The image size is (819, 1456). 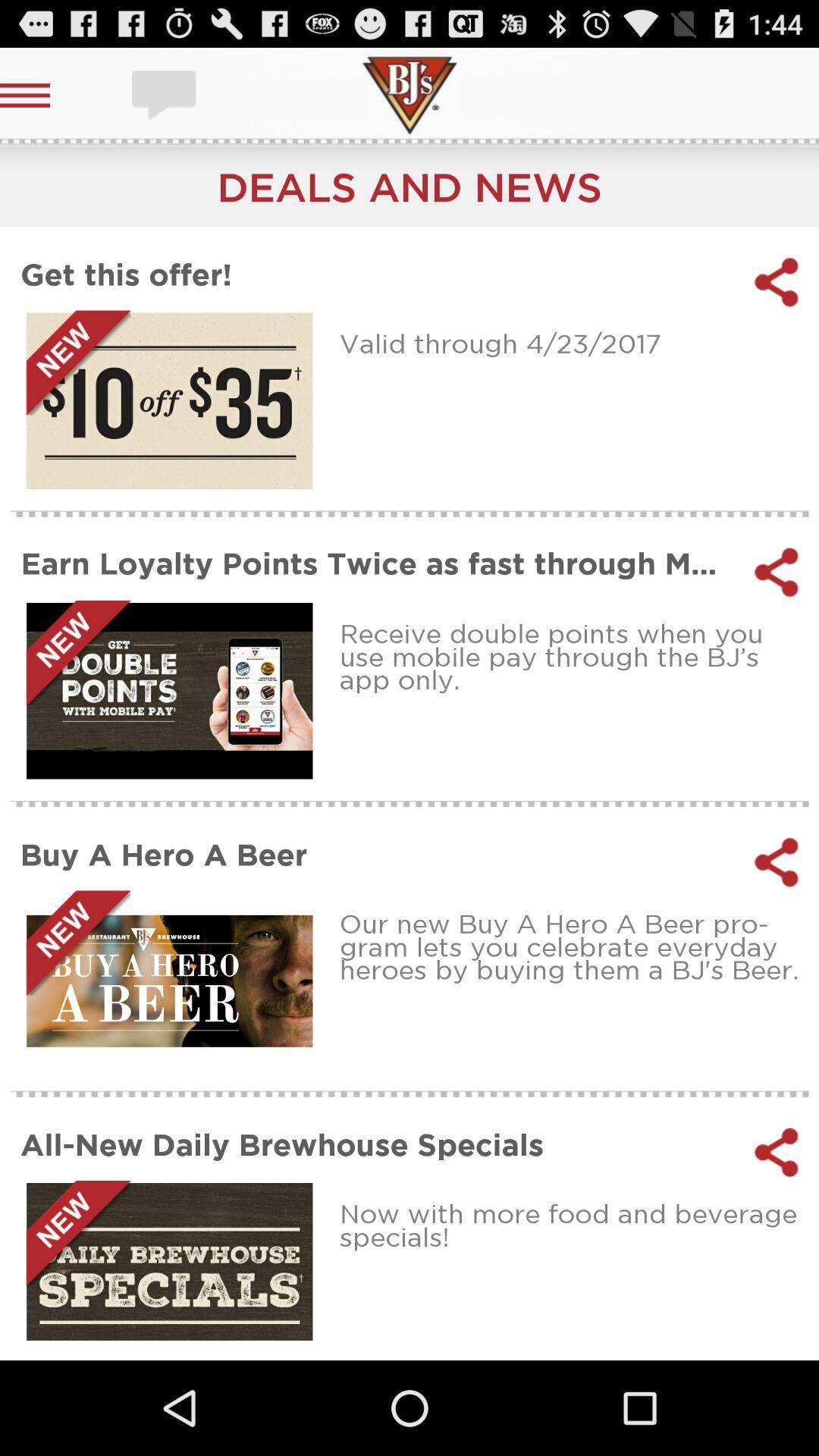 I want to click on icon above all new daily app, so click(x=574, y=946).